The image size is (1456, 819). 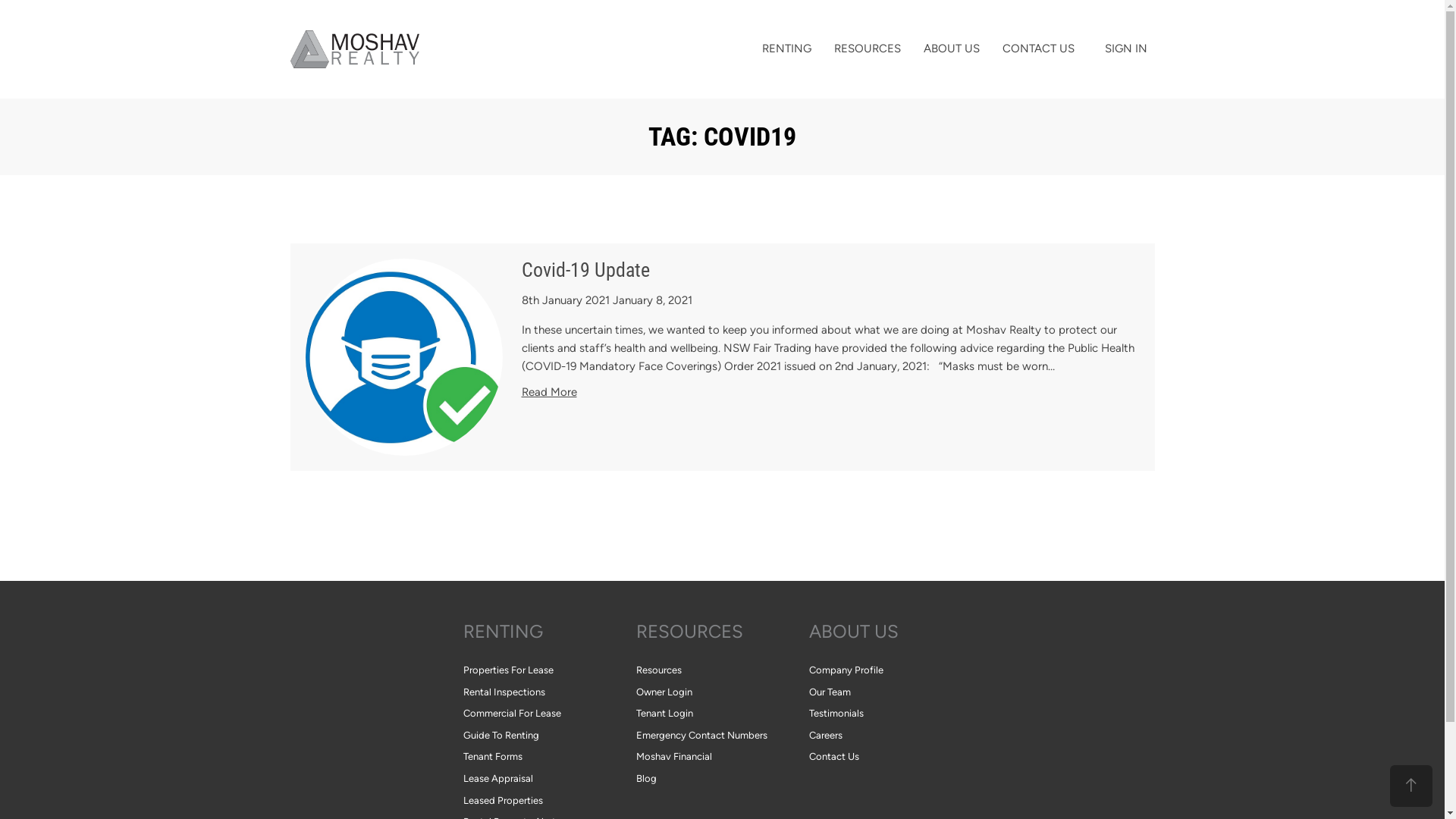 What do you see at coordinates (635, 735) in the screenshot?
I see `'Emergency Contact Numbers'` at bounding box center [635, 735].